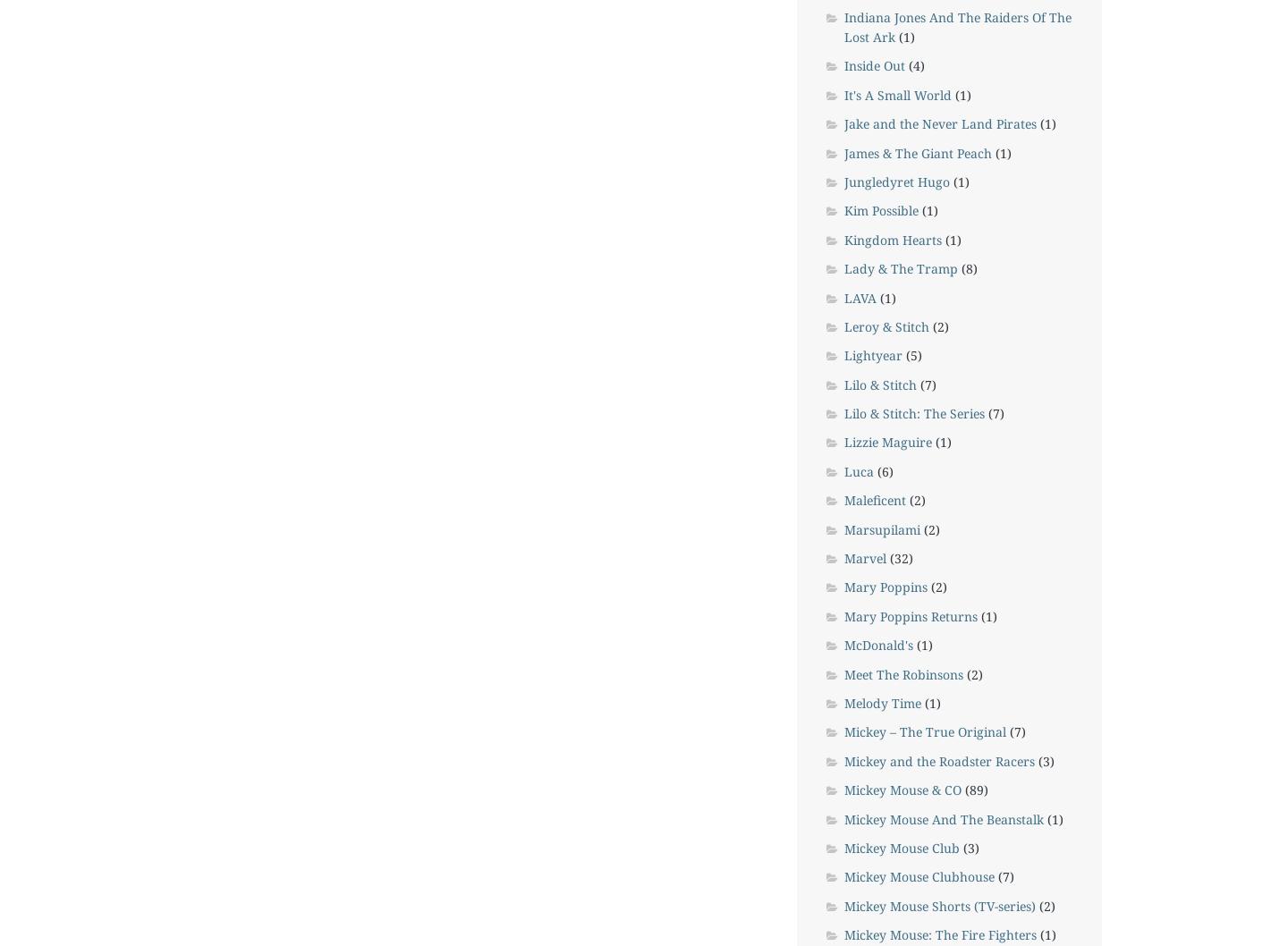 The image size is (1288, 946). What do you see at coordinates (873, 500) in the screenshot?
I see `'Maleficent'` at bounding box center [873, 500].